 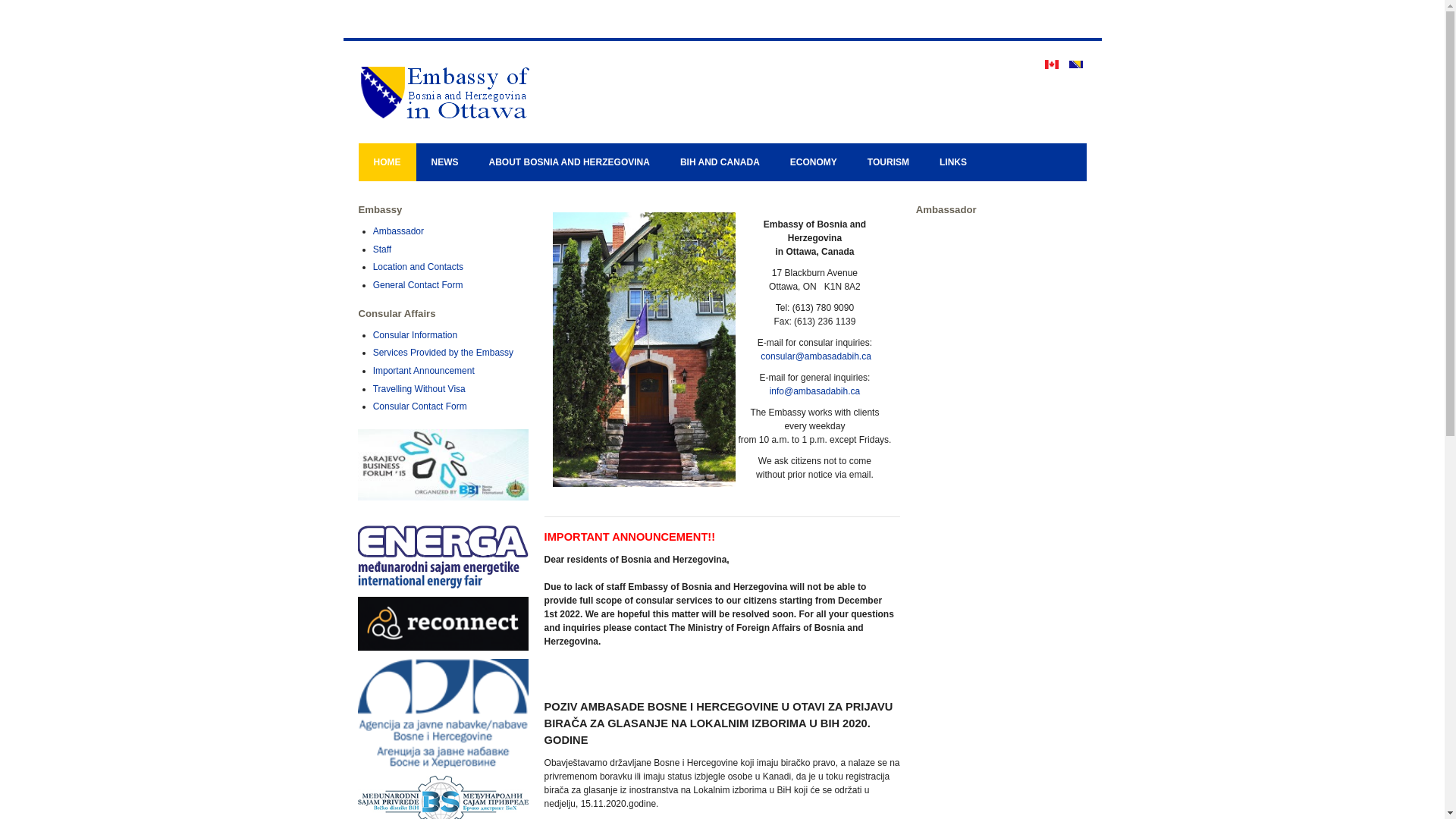 What do you see at coordinates (719, 162) in the screenshot?
I see `'BIH AND CANADA'` at bounding box center [719, 162].